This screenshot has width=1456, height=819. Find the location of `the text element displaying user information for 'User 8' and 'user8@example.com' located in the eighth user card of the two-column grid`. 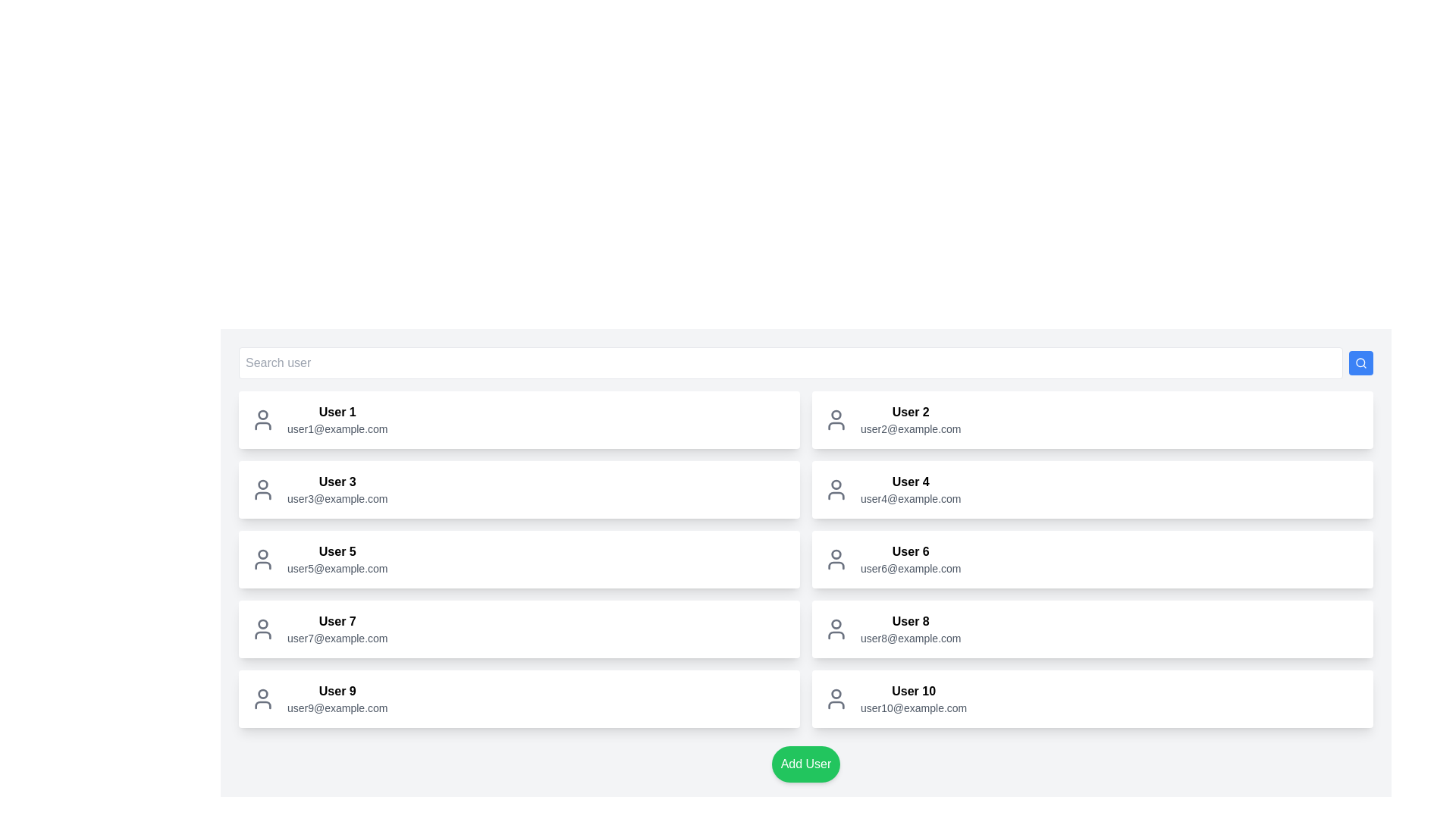

the text element displaying user information for 'User 8' and 'user8@example.com' located in the eighth user card of the two-column grid is located at coordinates (910, 629).